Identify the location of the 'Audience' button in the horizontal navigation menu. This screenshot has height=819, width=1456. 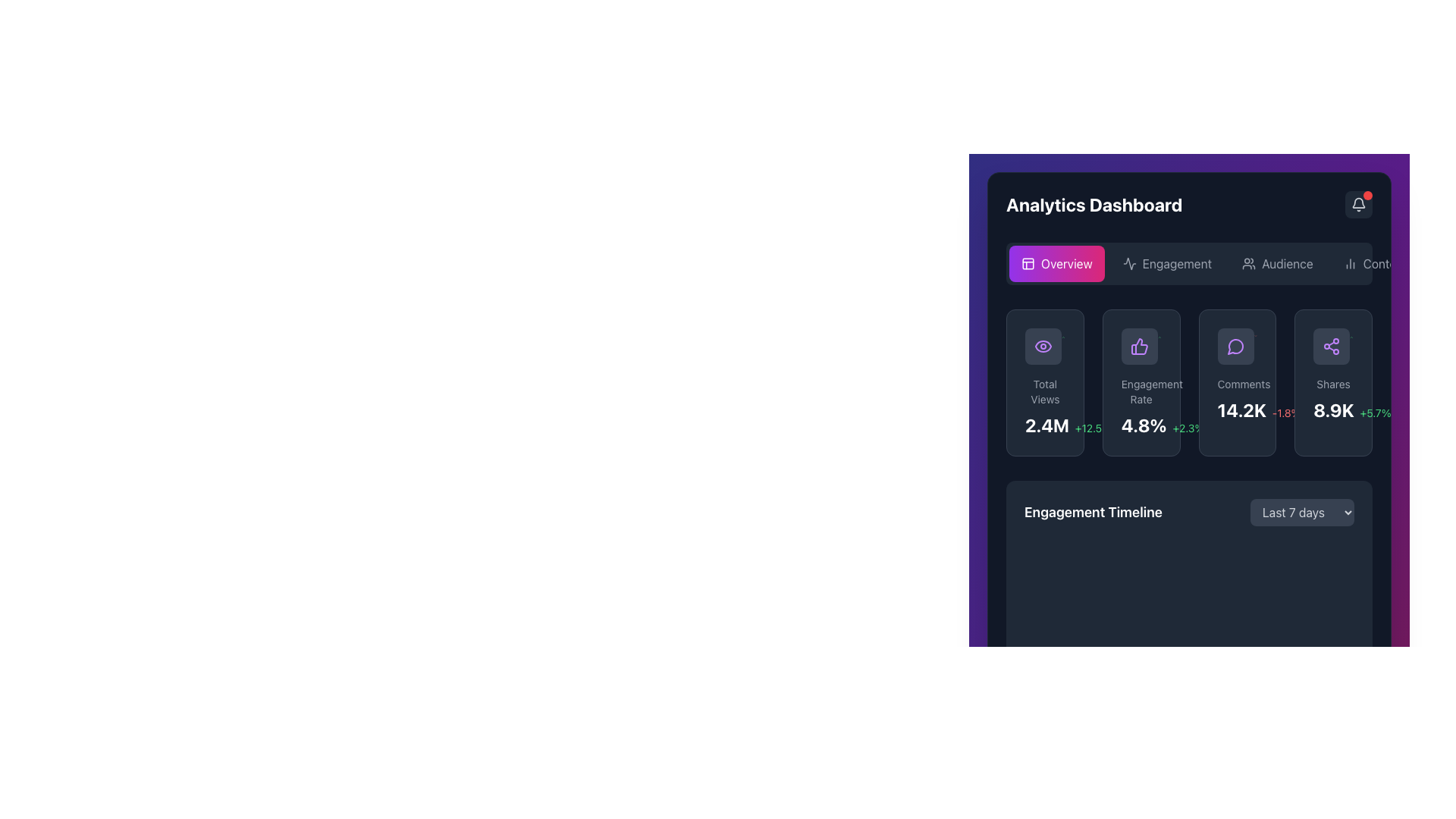
(1276, 262).